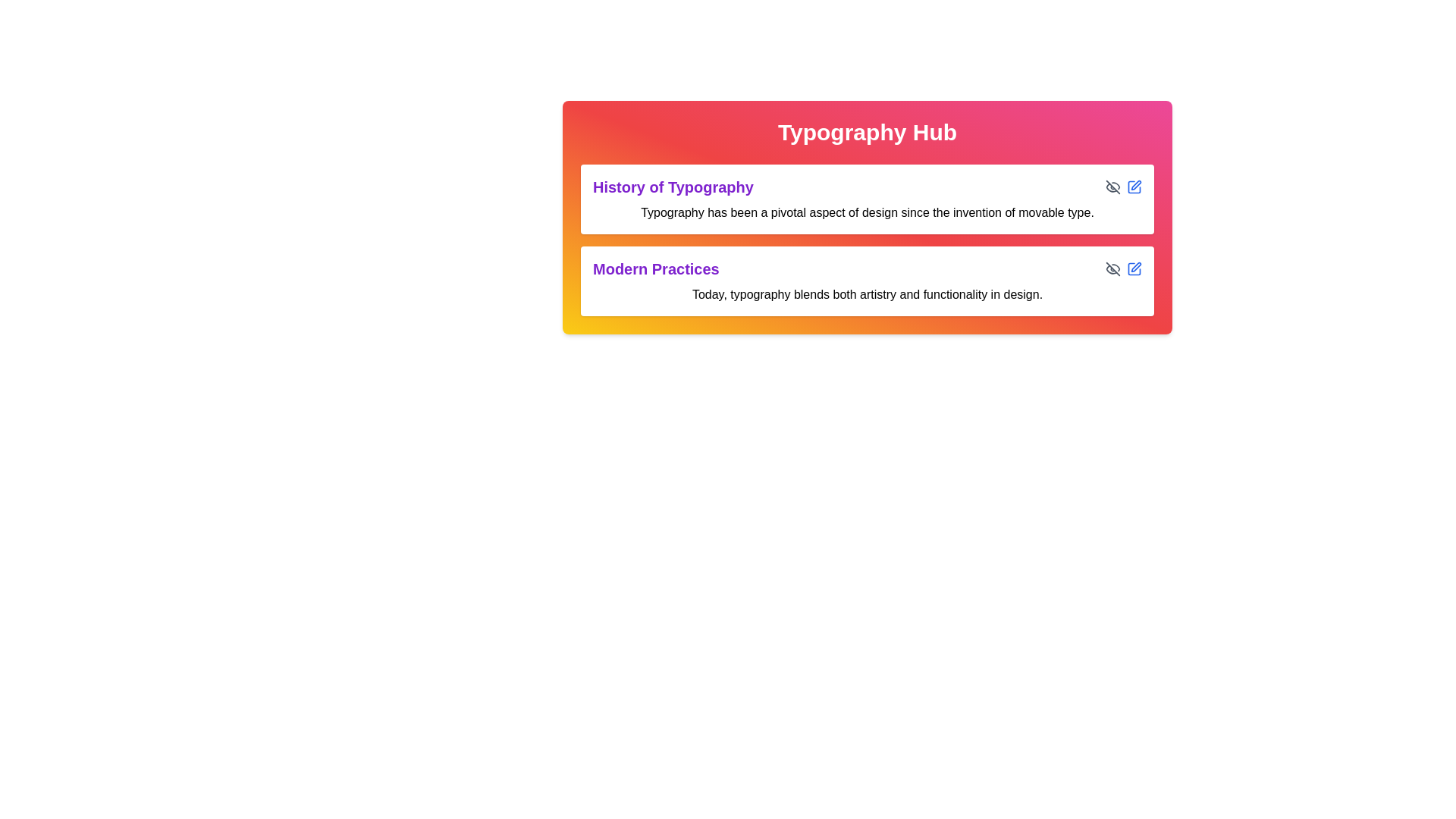  I want to click on the eye-off icon button located in the lower row of a two-item vertical list, so click(1113, 186).